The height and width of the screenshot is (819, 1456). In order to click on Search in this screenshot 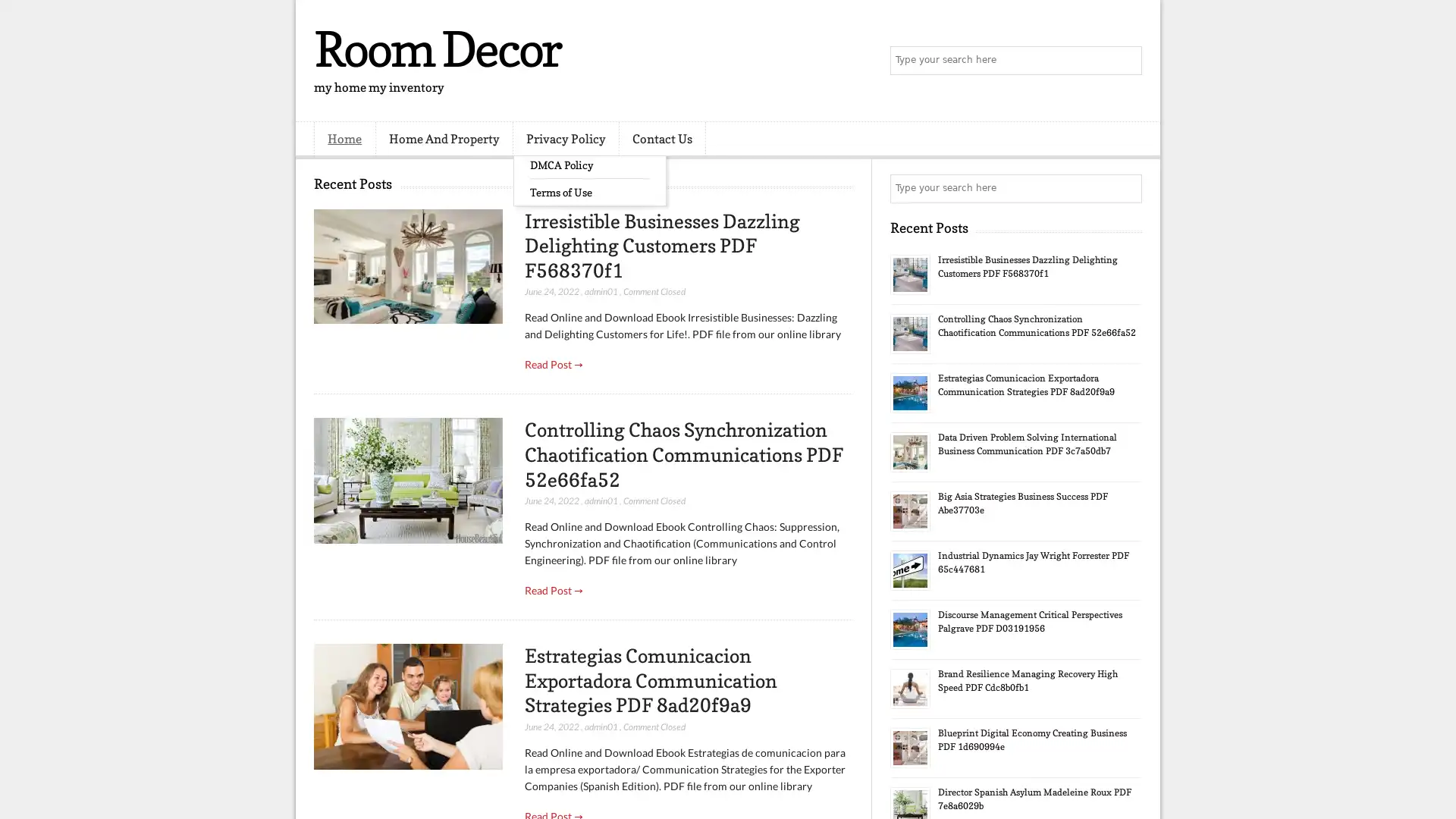, I will do `click(1126, 188)`.